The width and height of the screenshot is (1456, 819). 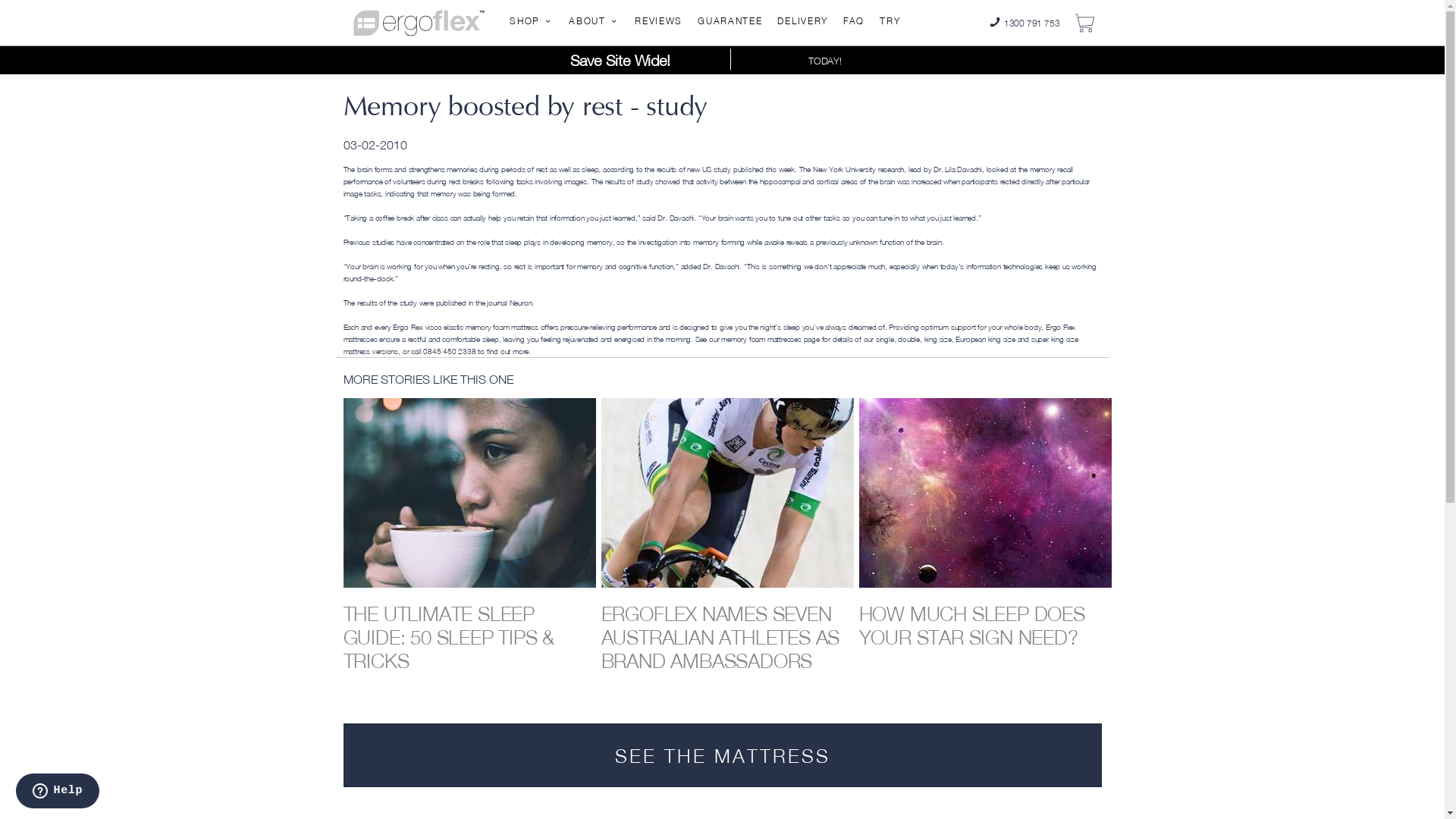 I want to click on 'DELIVERY', so click(x=802, y=20).